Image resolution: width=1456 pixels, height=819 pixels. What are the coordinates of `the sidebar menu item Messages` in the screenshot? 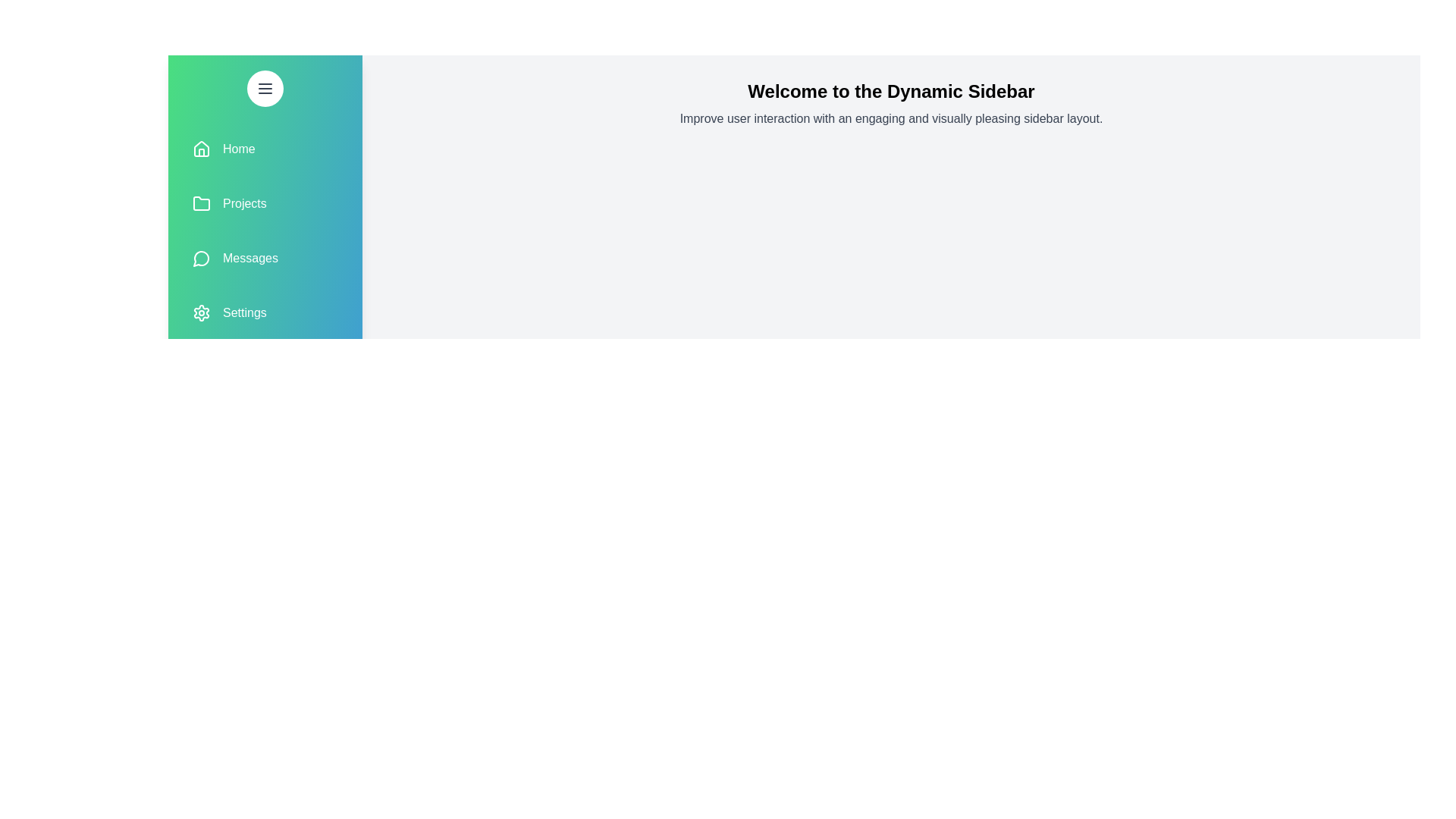 It's located at (265, 257).